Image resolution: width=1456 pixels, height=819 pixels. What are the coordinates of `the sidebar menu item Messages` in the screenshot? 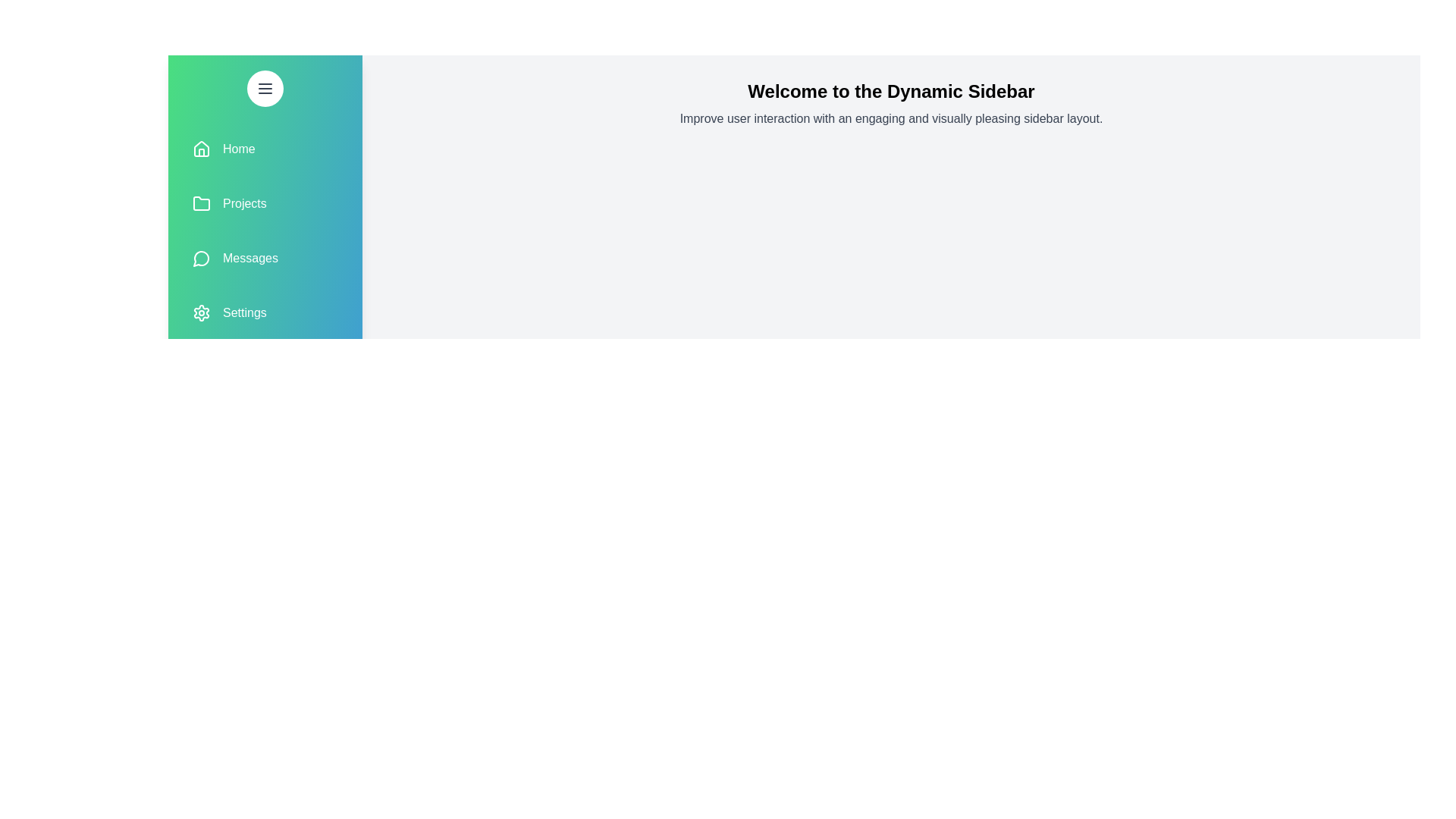 It's located at (265, 257).